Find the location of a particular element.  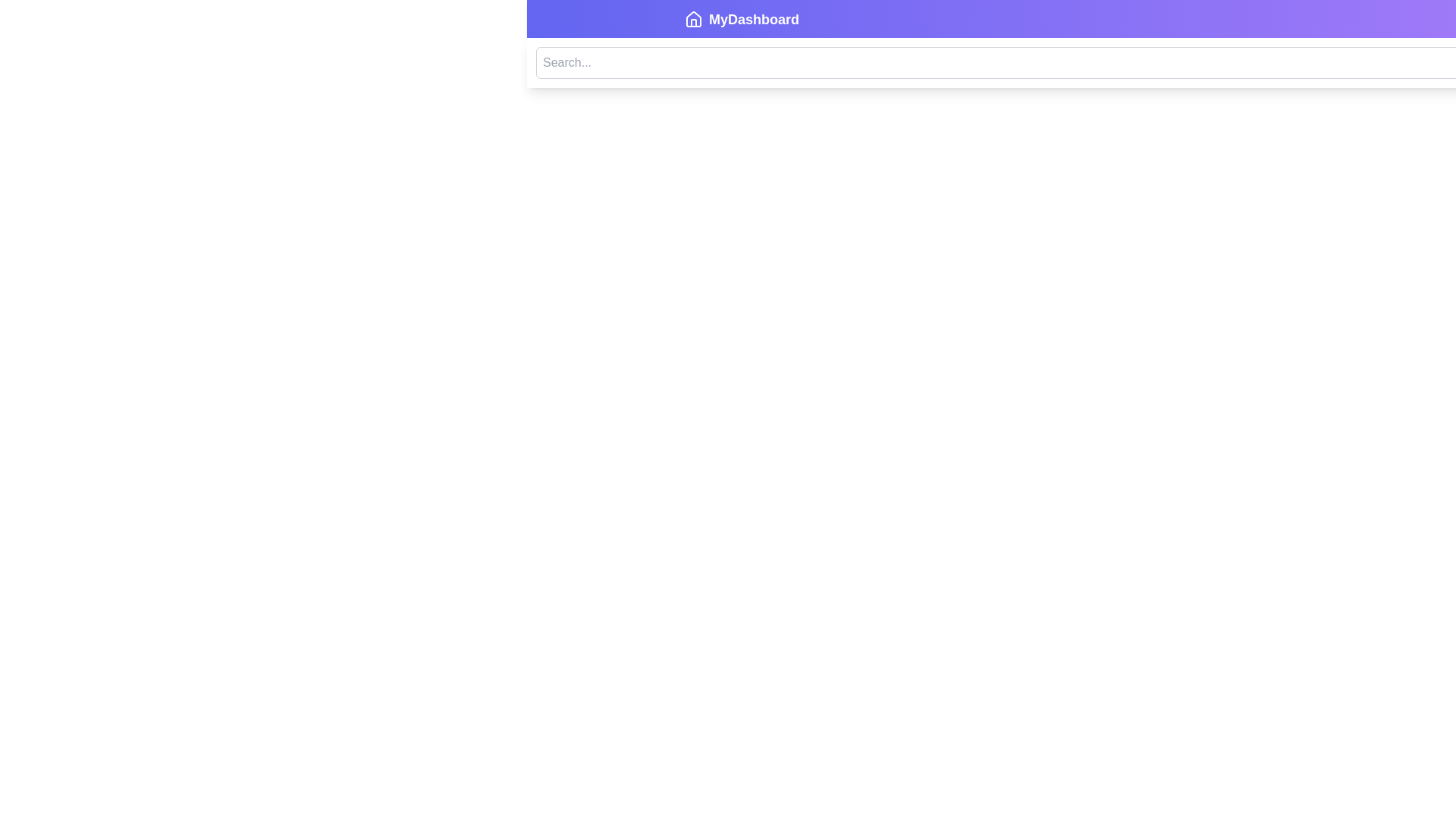

the 'Home' icon, which is a simple house schematic in line art style, located to the left of the 'MyDashboard' label is located at coordinates (693, 20).